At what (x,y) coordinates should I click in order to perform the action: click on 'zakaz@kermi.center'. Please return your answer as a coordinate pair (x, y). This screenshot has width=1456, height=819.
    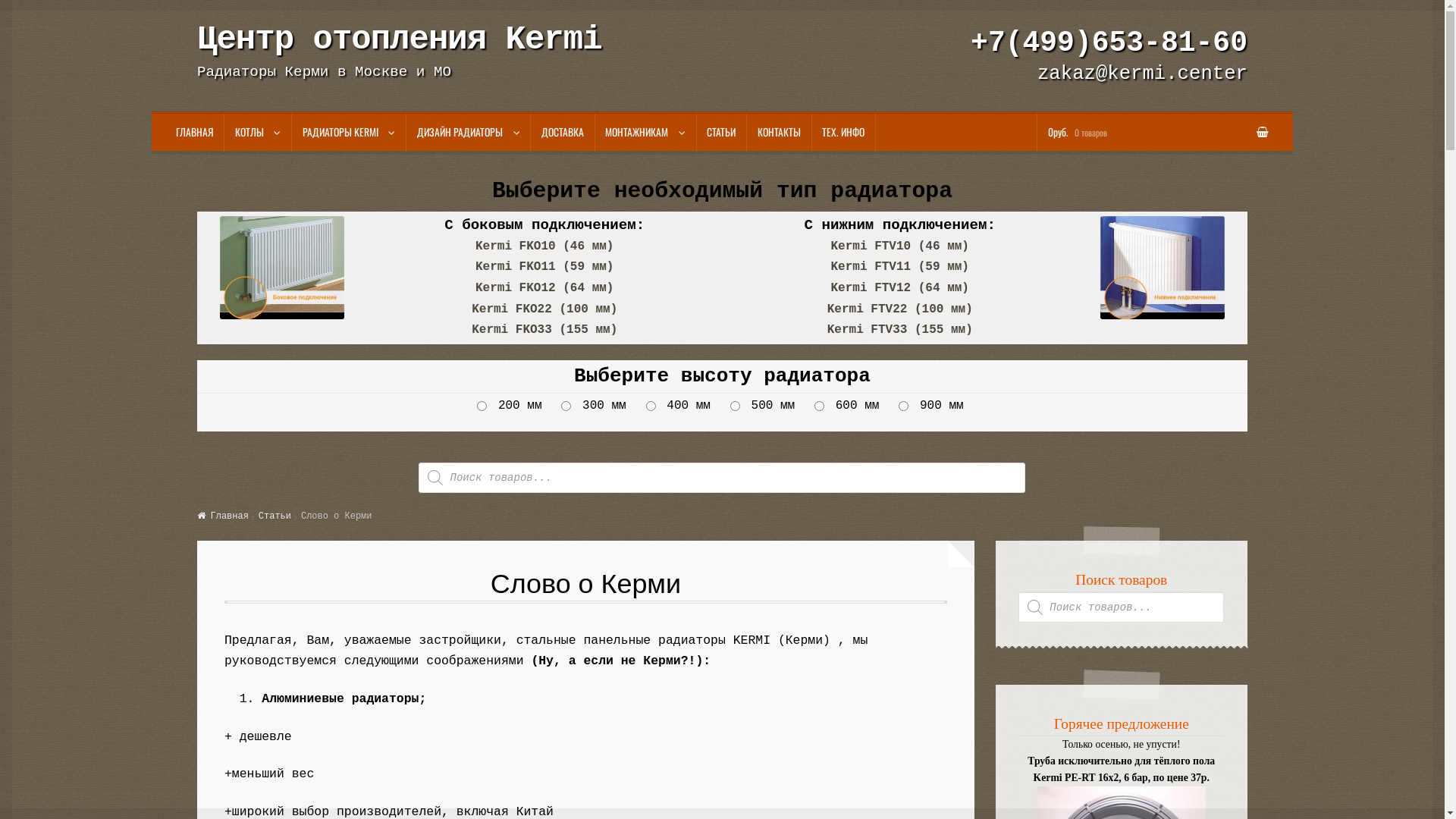
    Looking at the image, I should click on (1142, 74).